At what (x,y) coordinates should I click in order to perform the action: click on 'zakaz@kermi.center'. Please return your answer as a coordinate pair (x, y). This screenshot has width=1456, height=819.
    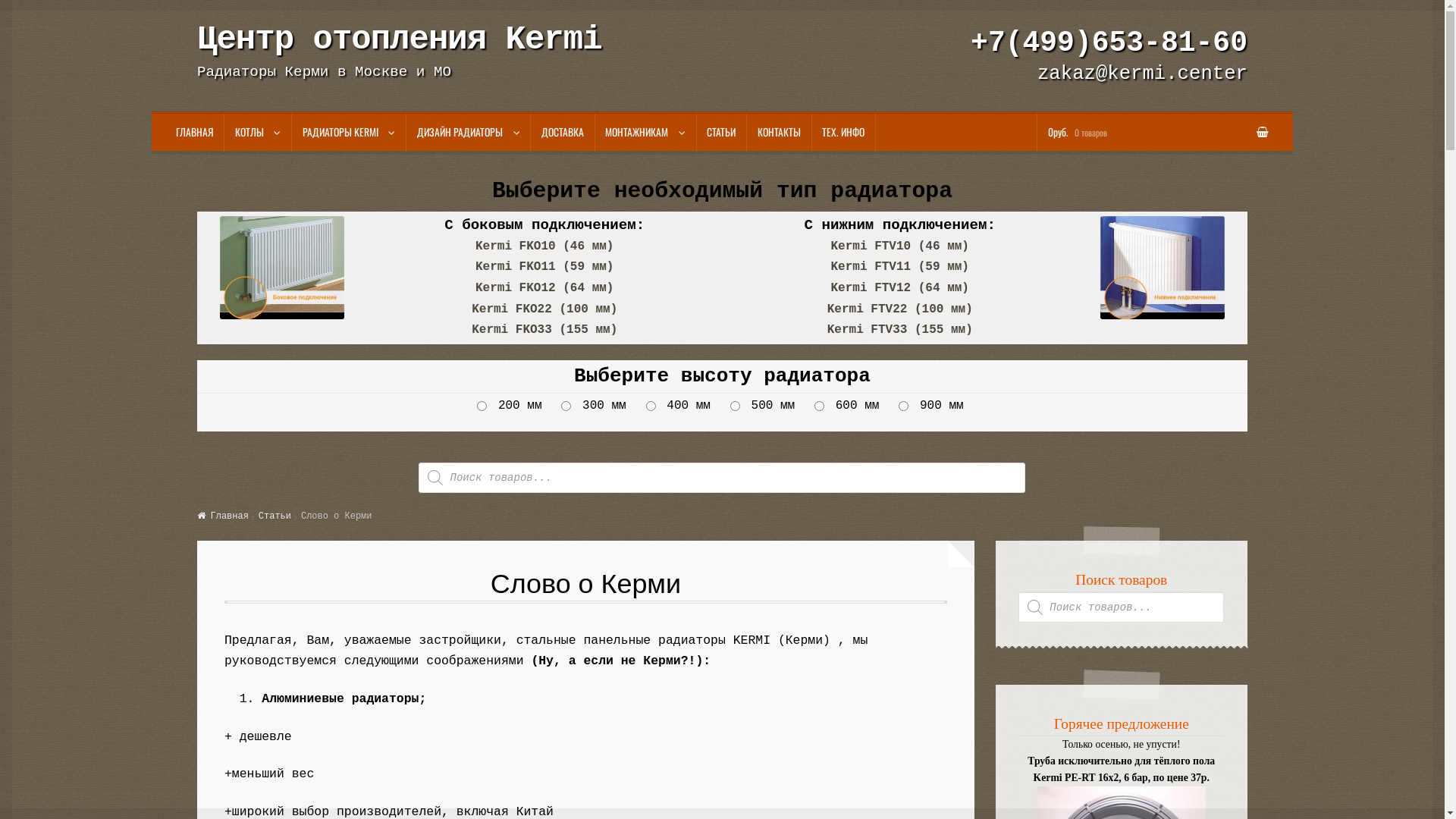
    Looking at the image, I should click on (1142, 74).